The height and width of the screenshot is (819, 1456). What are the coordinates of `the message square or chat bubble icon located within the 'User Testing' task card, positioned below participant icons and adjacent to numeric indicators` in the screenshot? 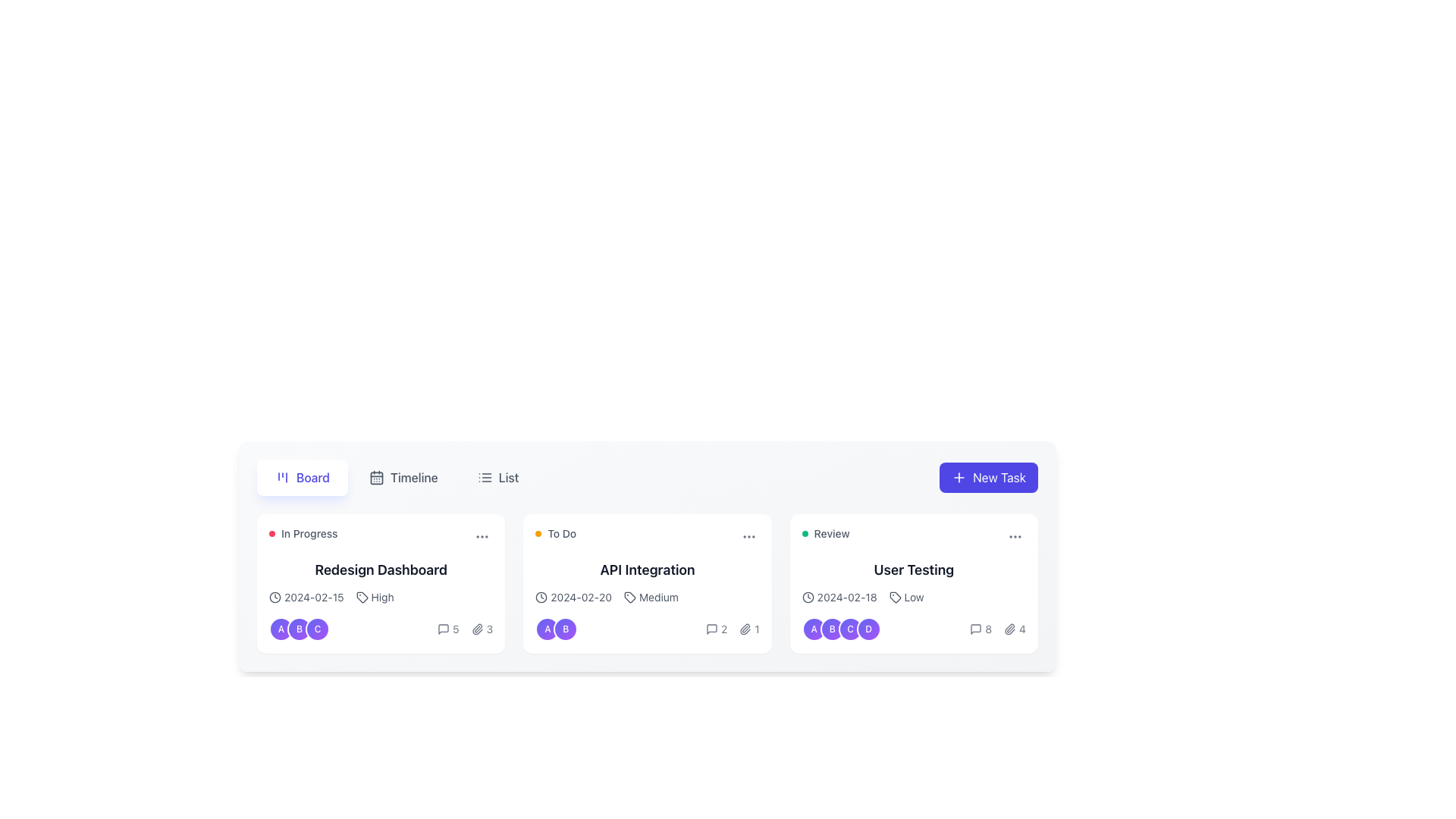 It's located at (976, 629).